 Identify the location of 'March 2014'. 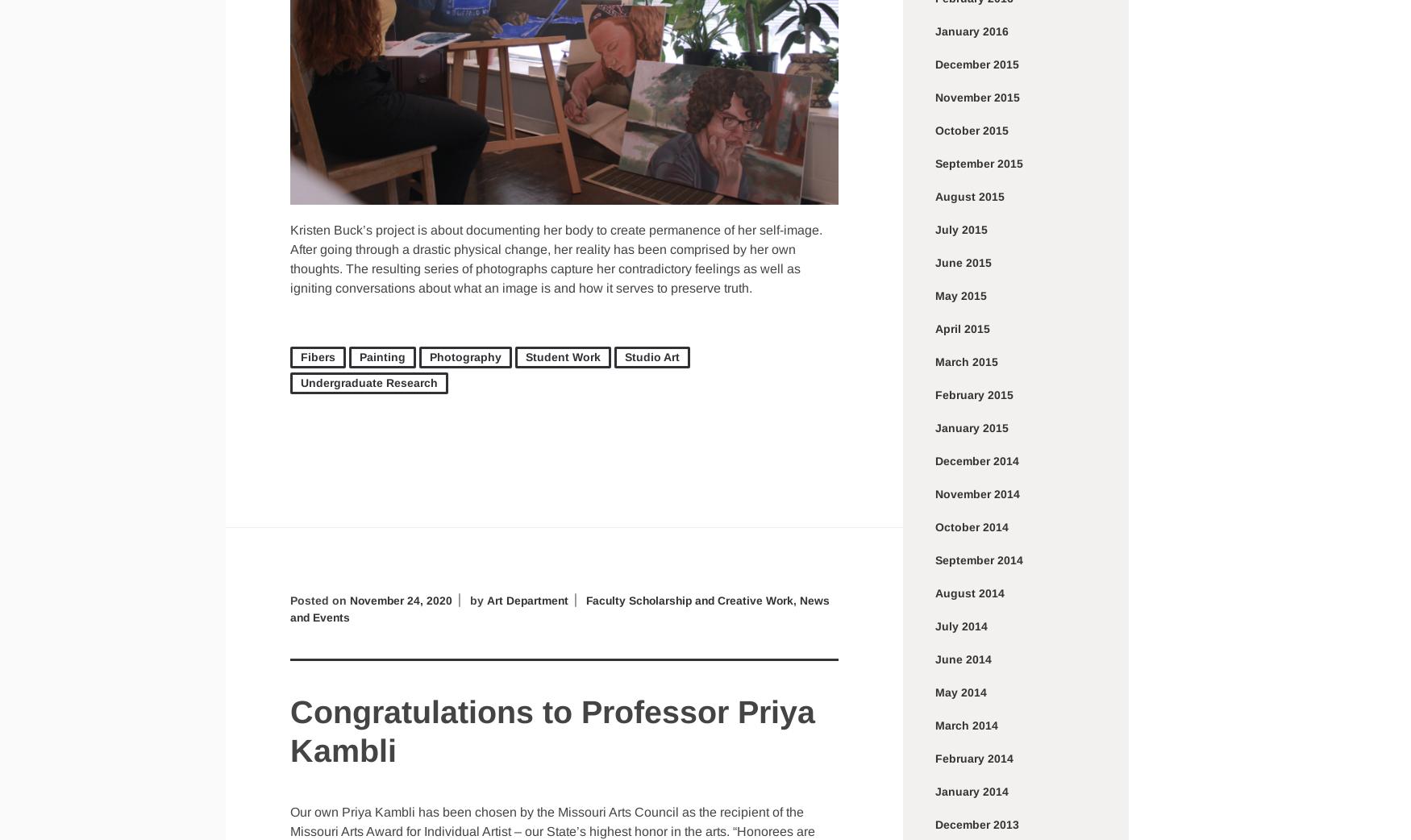
(934, 724).